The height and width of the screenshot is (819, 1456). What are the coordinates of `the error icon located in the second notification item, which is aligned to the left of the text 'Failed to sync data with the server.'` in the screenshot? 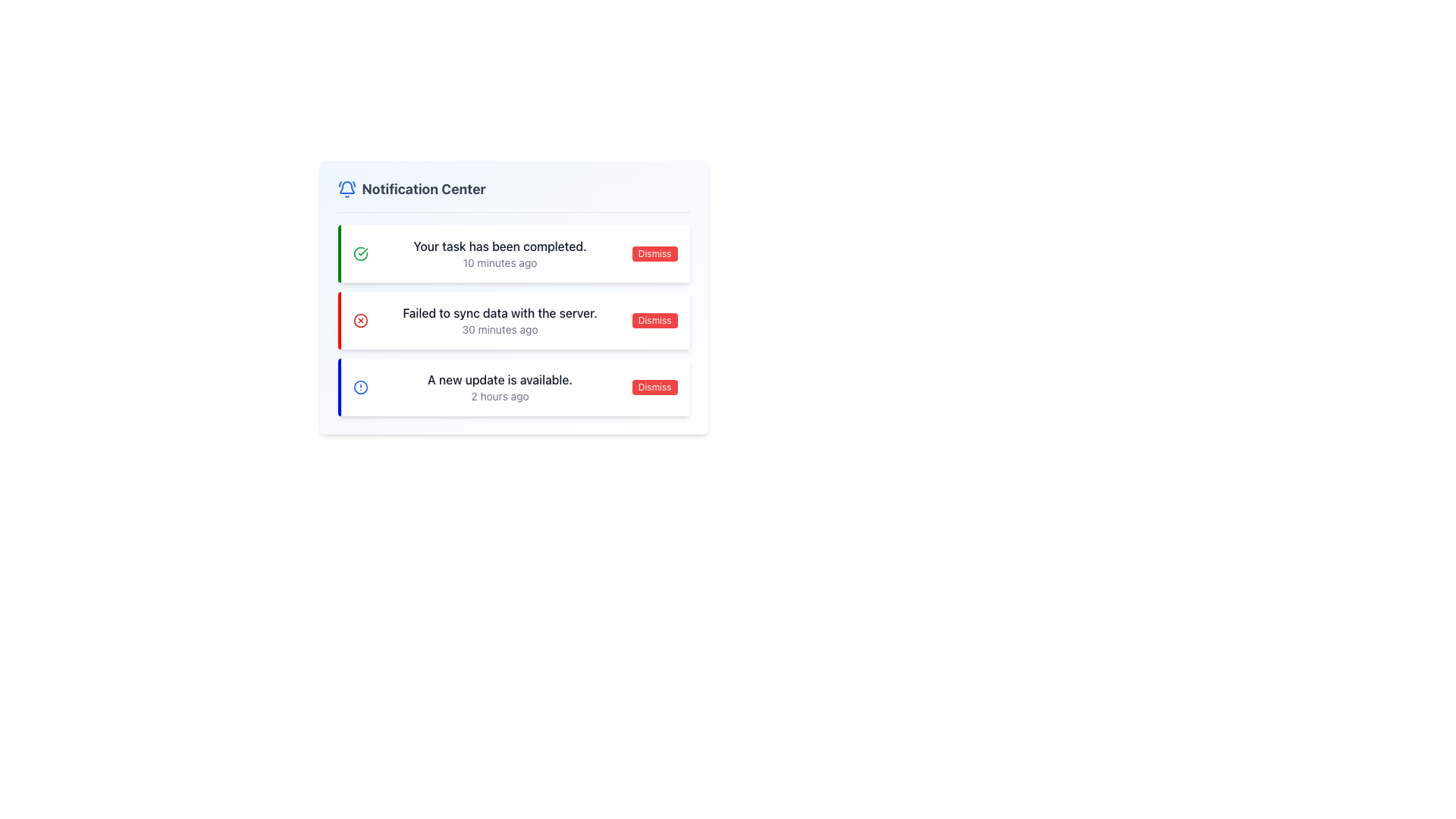 It's located at (359, 320).